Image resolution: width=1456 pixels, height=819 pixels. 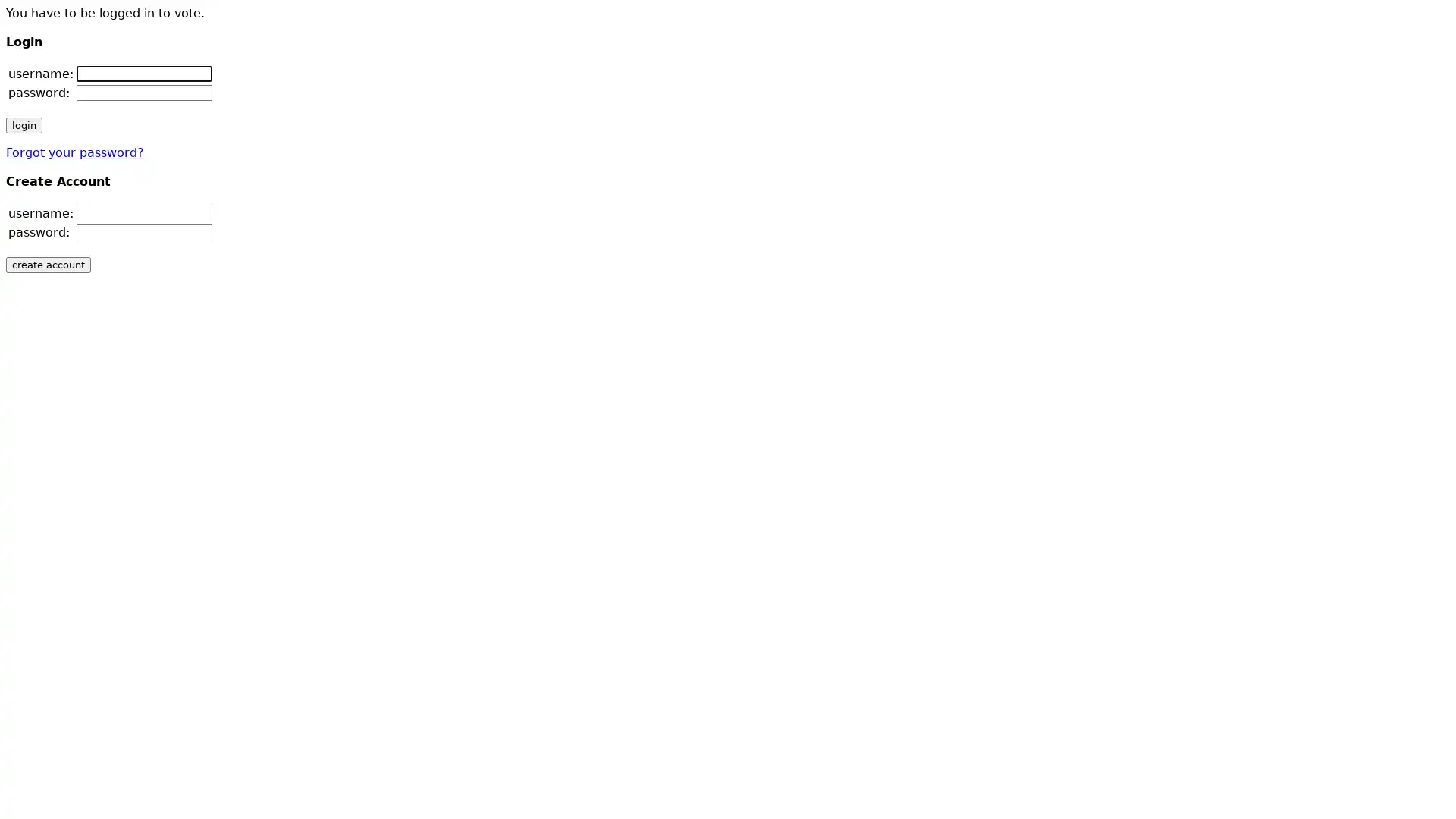 What do you see at coordinates (24, 124) in the screenshot?
I see `login` at bounding box center [24, 124].